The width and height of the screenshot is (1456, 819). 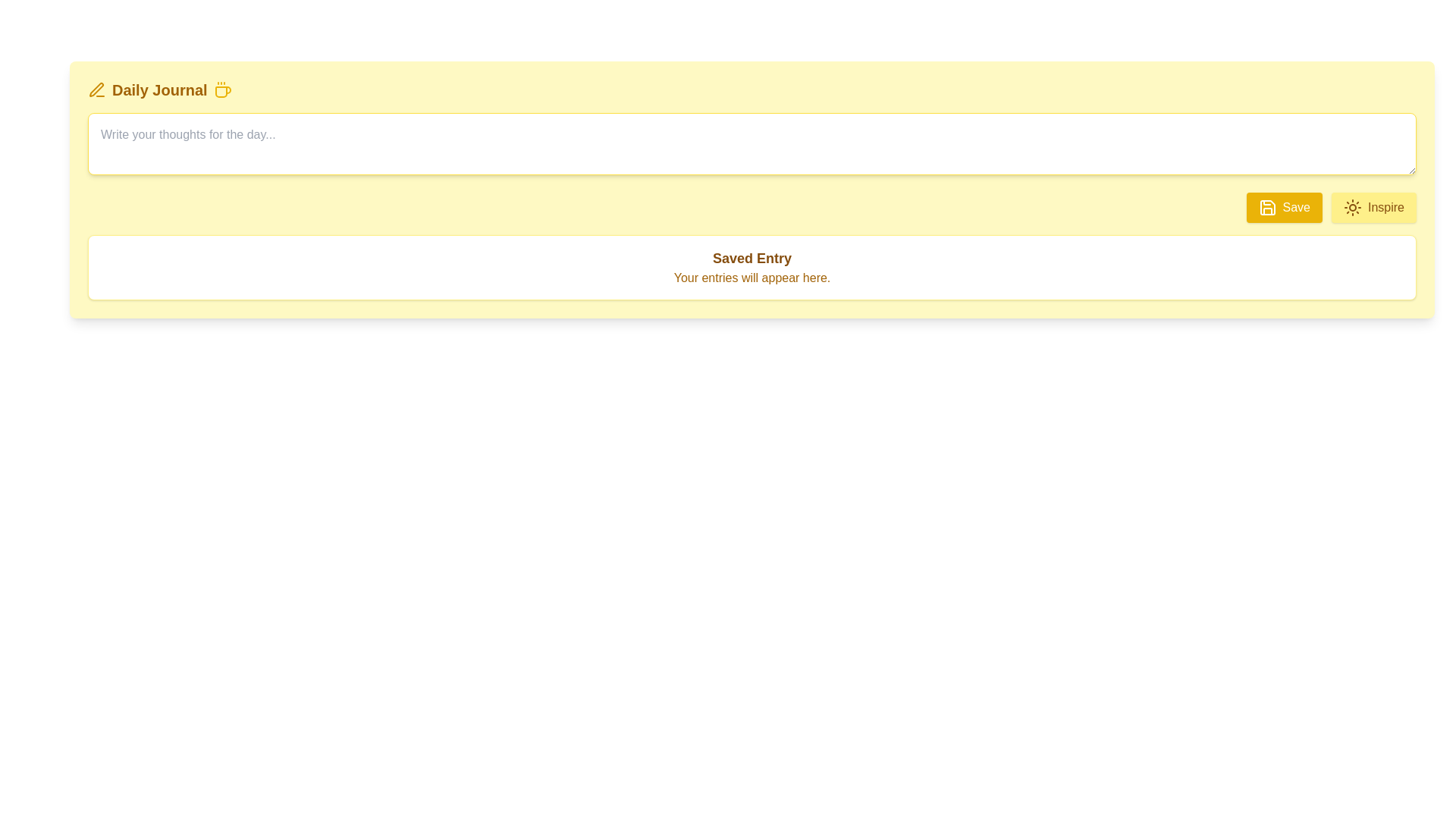 What do you see at coordinates (1353, 207) in the screenshot?
I see `the 'Inspire' button that contains the decorative icon associated with the theme of 'Inspiration'` at bounding box center [1353, 207].